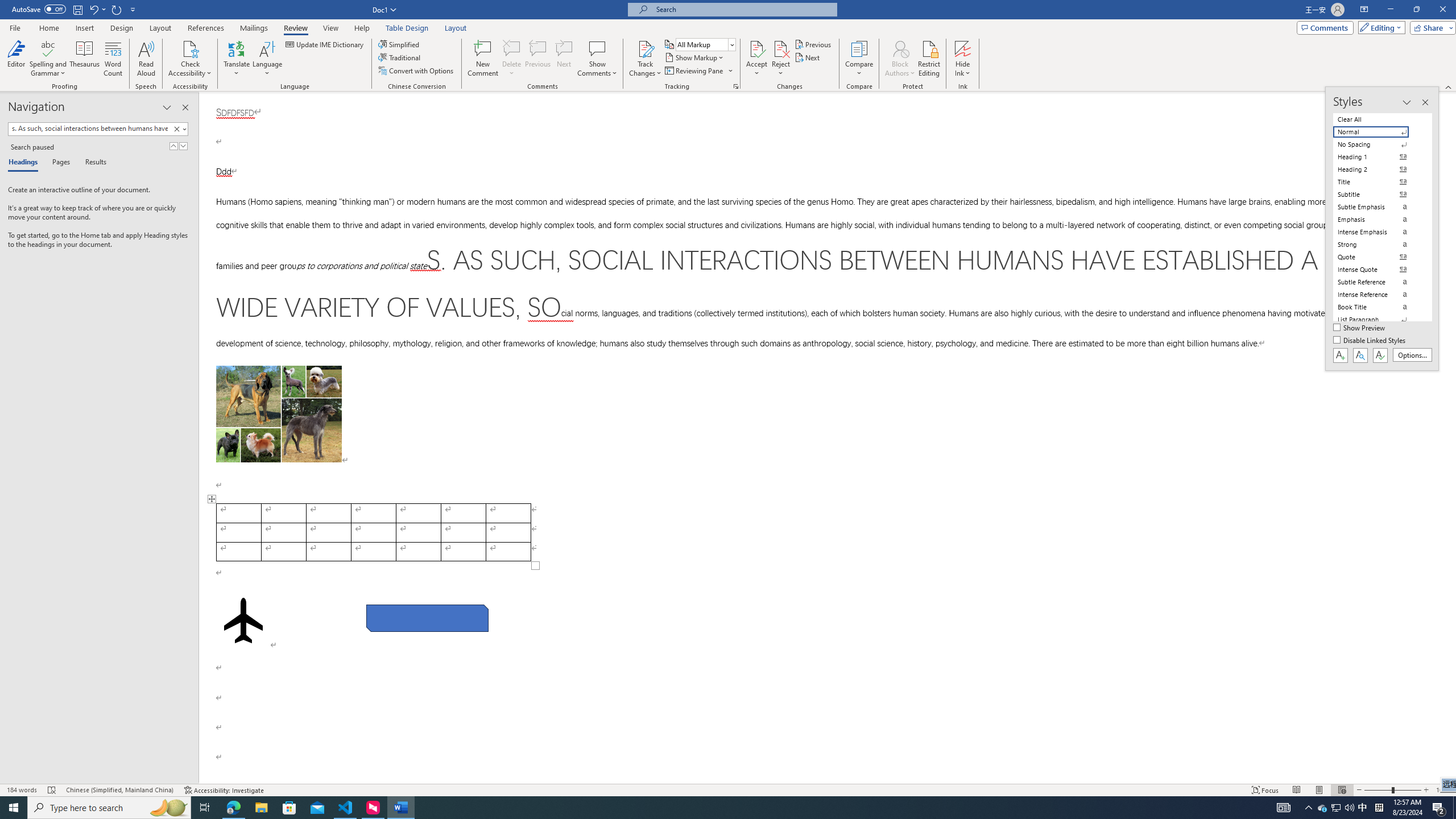 This screenshot has height=819, width=1456. What do you see at coordinates (400, 56) in the screenshot?
I see `'Traditional'` at bounding box center [400, 56].